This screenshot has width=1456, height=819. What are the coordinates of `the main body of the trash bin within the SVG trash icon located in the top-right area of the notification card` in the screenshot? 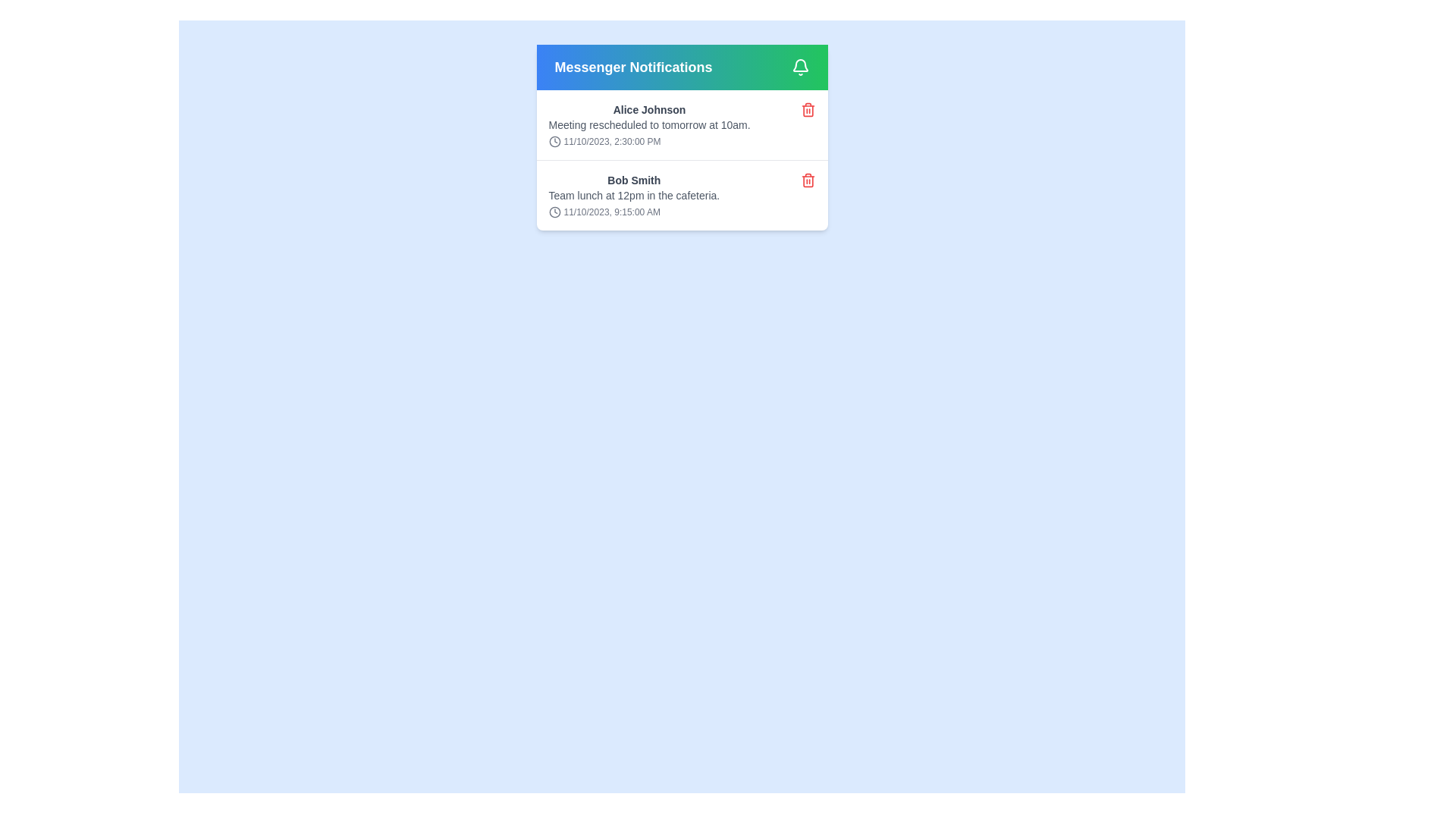 It's located at (807, 110).